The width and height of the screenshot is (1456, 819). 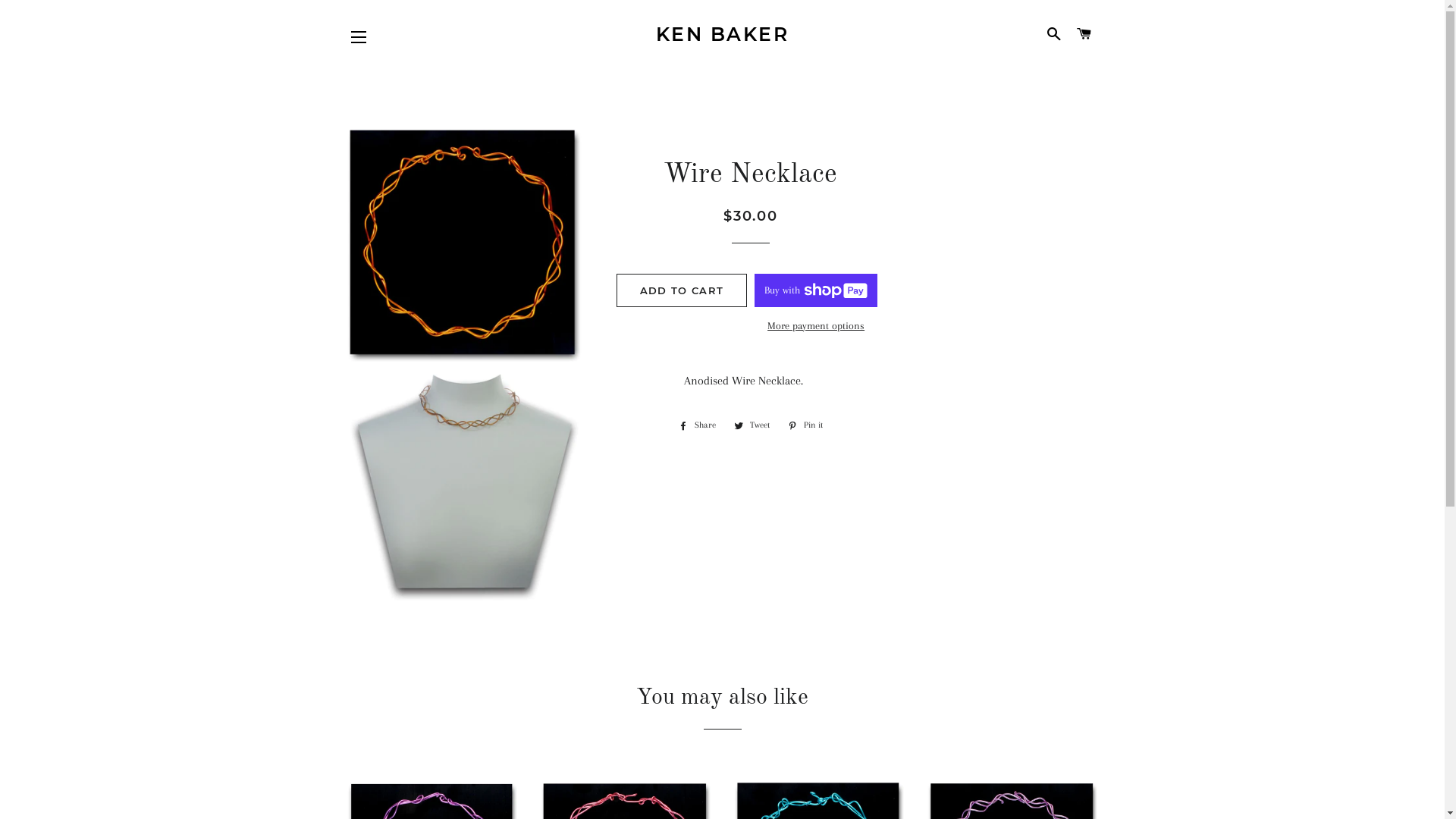 I want to click on 'CART', so click(x=1083, y=34).